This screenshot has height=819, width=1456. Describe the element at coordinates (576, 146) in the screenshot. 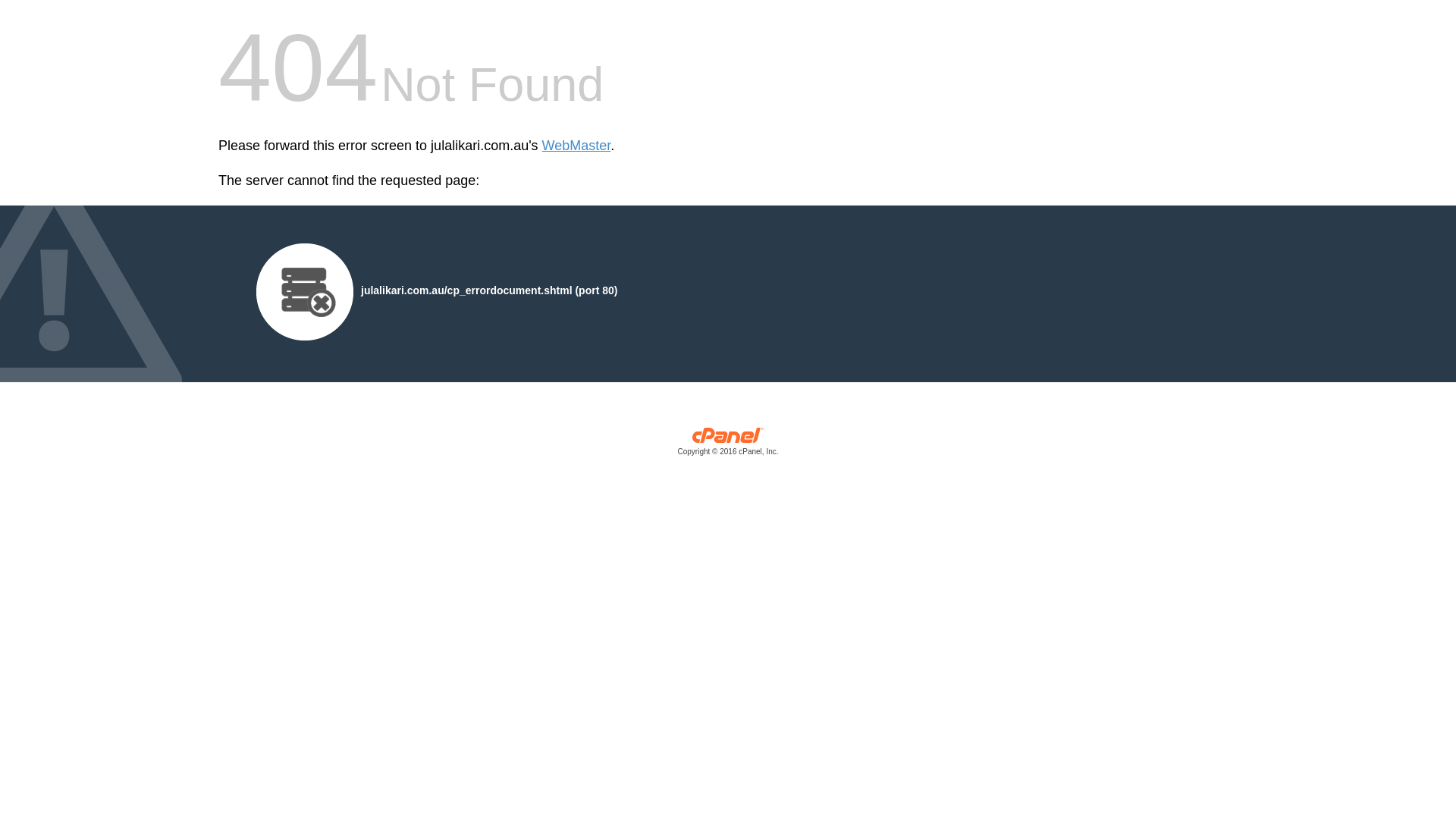

I see `'WebMaster'` at that location.